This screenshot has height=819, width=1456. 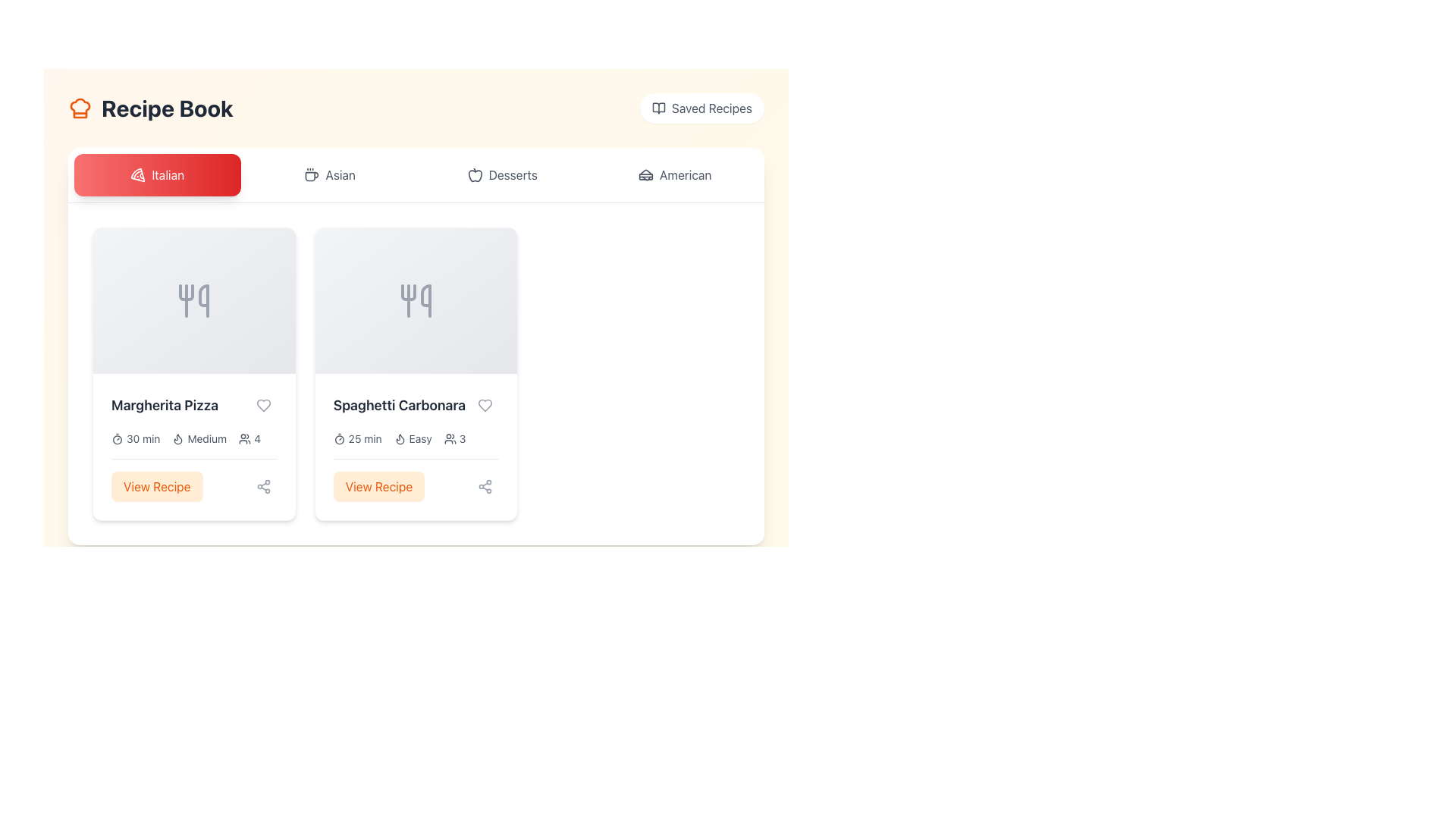 I want to click on the text label displaying 'Spaghetti Carbonara' in bold, large font located in the recipe card under the Italian section, so click(x=399, y=405).